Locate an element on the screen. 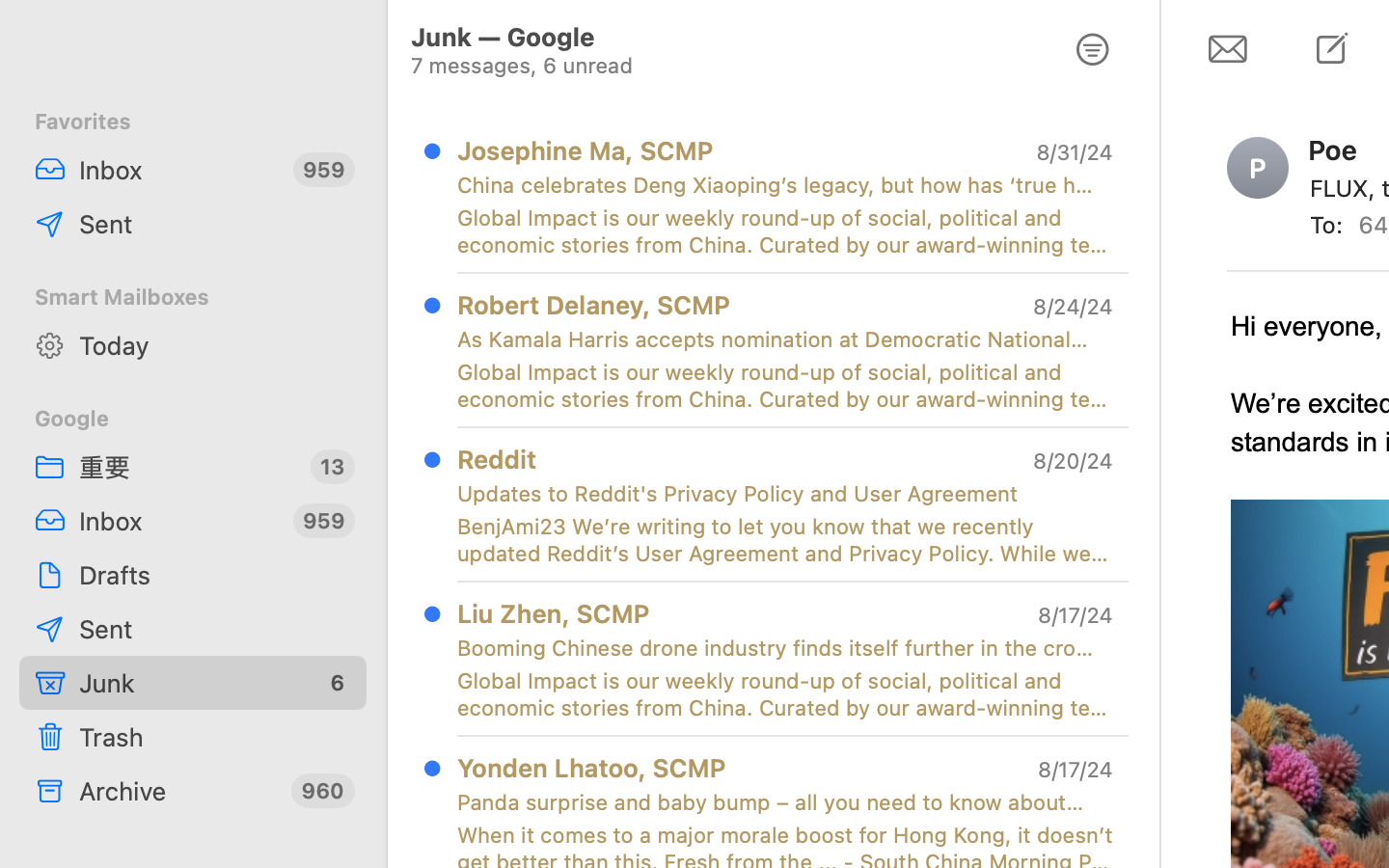 This screenshot has height=868, width=1389. 'BenjAmi23 We’re writing to let you know that we recently updated Reddit’s User Agreement and Privacy Policy. While we encourage you to review the updated documents in full, here are some of the highlights: We reorganized sections of our Privacy Policy for improved clarity. We included language in the Privacy Policy to reflect our participation in the EU-US Data Privacy Framework. We clarified what content you submit is non-public. We updated the Privacy Policy to better reflect our current products, like Reddit Pro. For users in the EEA, United Kingdom, and Switzerland, we updated the User Agreement to reflect that the Reddit products and services are provided by Reddit Netherlands B.V. Updates to our Privacy Policy take effect immediately. The updated User Agreement takes effect September 16, 2024 and will apply to you if you use Reddit after that date. For more information about how we handle information that is made public on Reddit, please see our Public Content Policy. If you have' is located at coordinates (785, 538).